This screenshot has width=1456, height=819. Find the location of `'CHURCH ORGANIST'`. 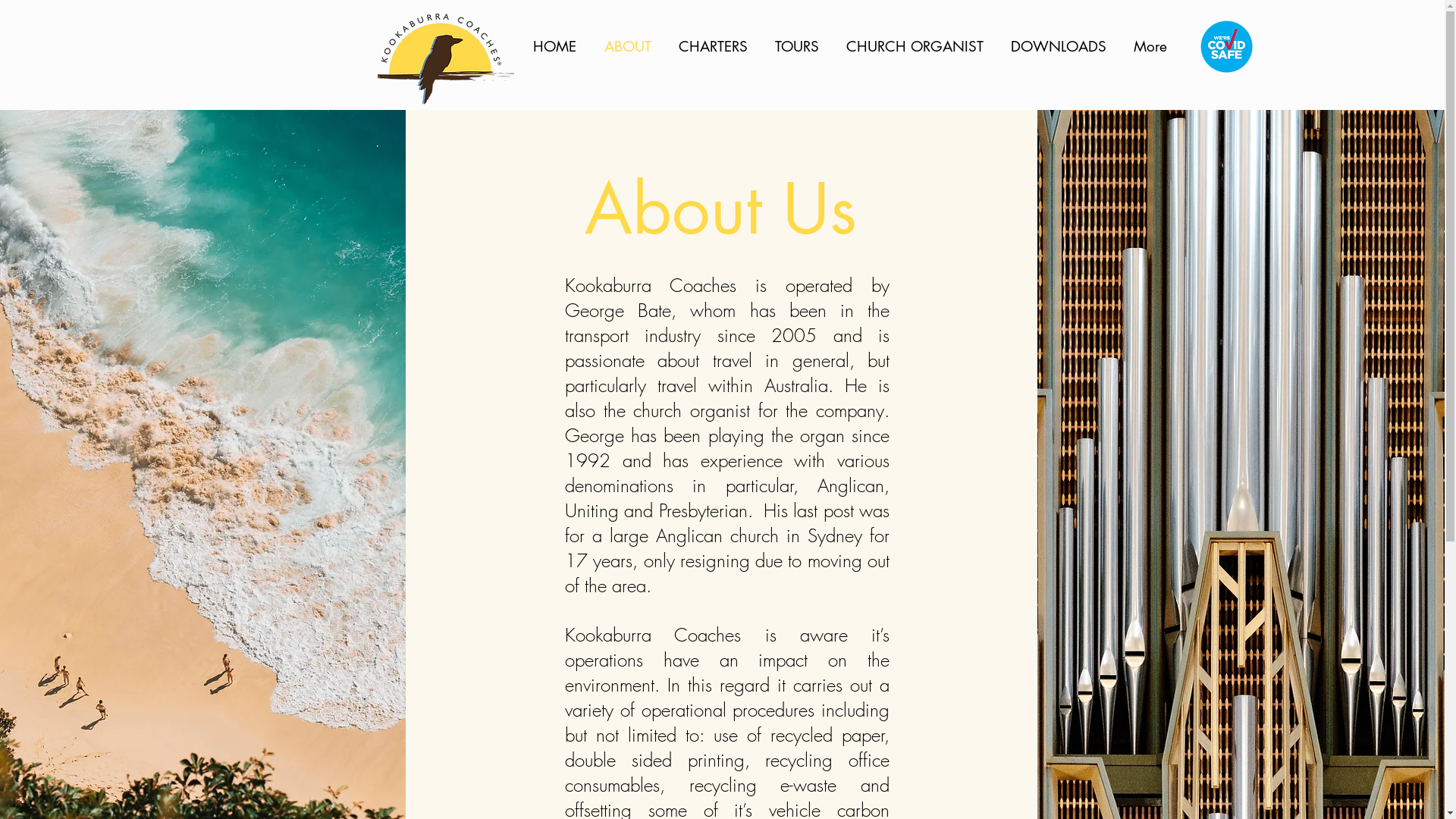

'CHURCH ORGANIST' is located at coordinates (915, 45).